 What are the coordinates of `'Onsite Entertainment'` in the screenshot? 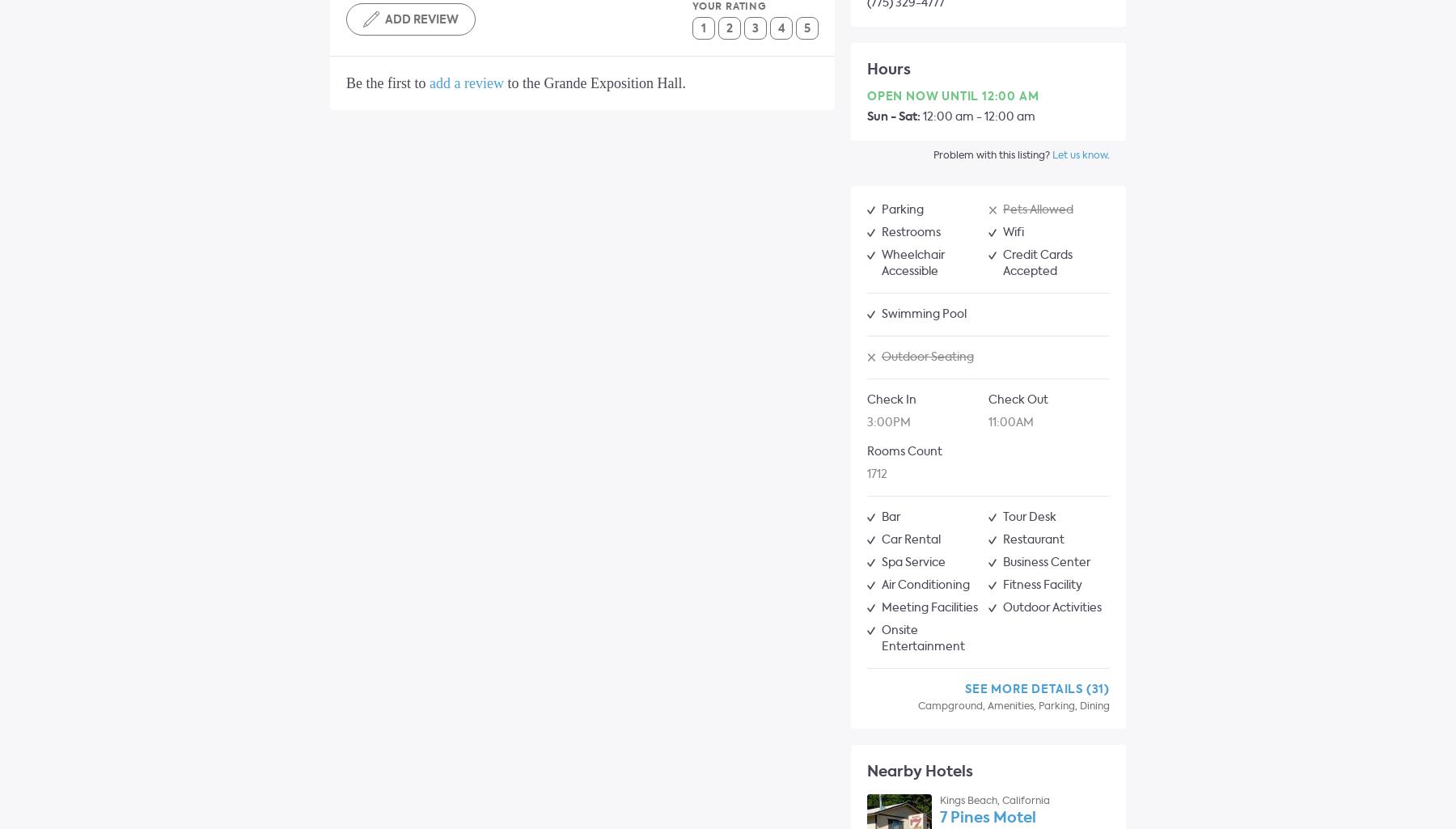 It's located at (882, 638).